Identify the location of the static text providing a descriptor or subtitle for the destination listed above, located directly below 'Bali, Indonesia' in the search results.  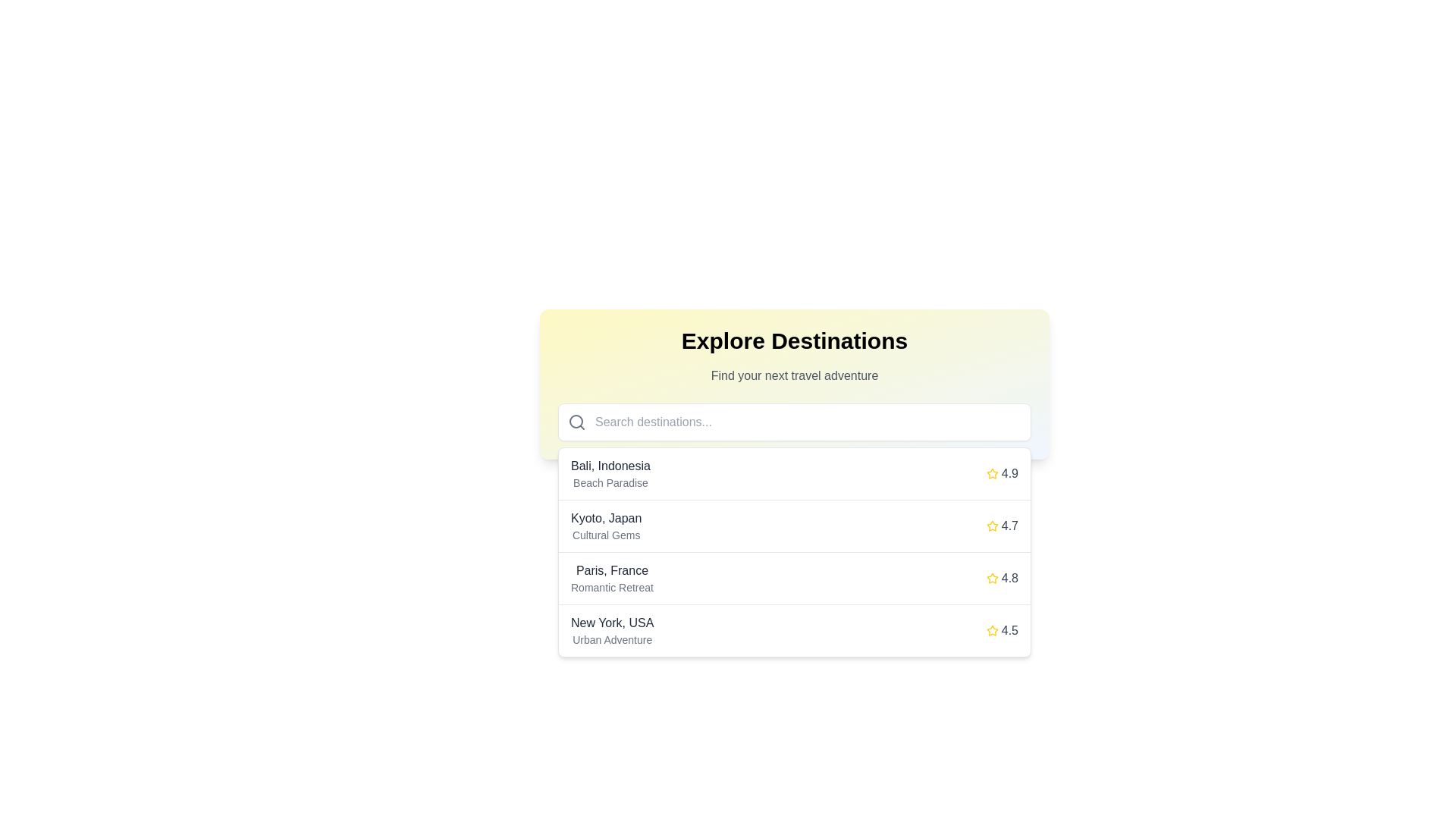
(610, 482).